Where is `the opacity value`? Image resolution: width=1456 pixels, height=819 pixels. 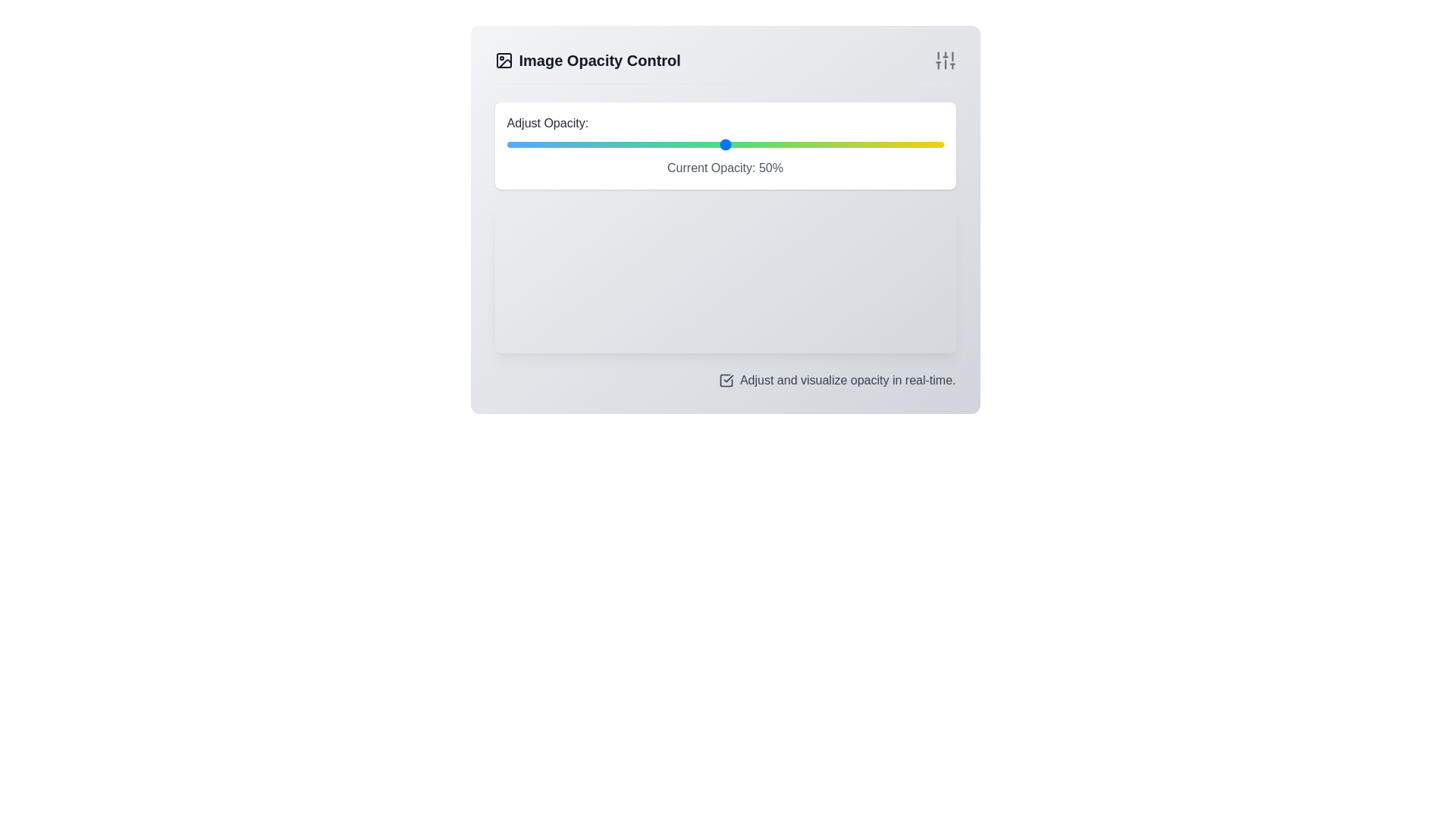
the opacity value is located at coordinates (803, 145).